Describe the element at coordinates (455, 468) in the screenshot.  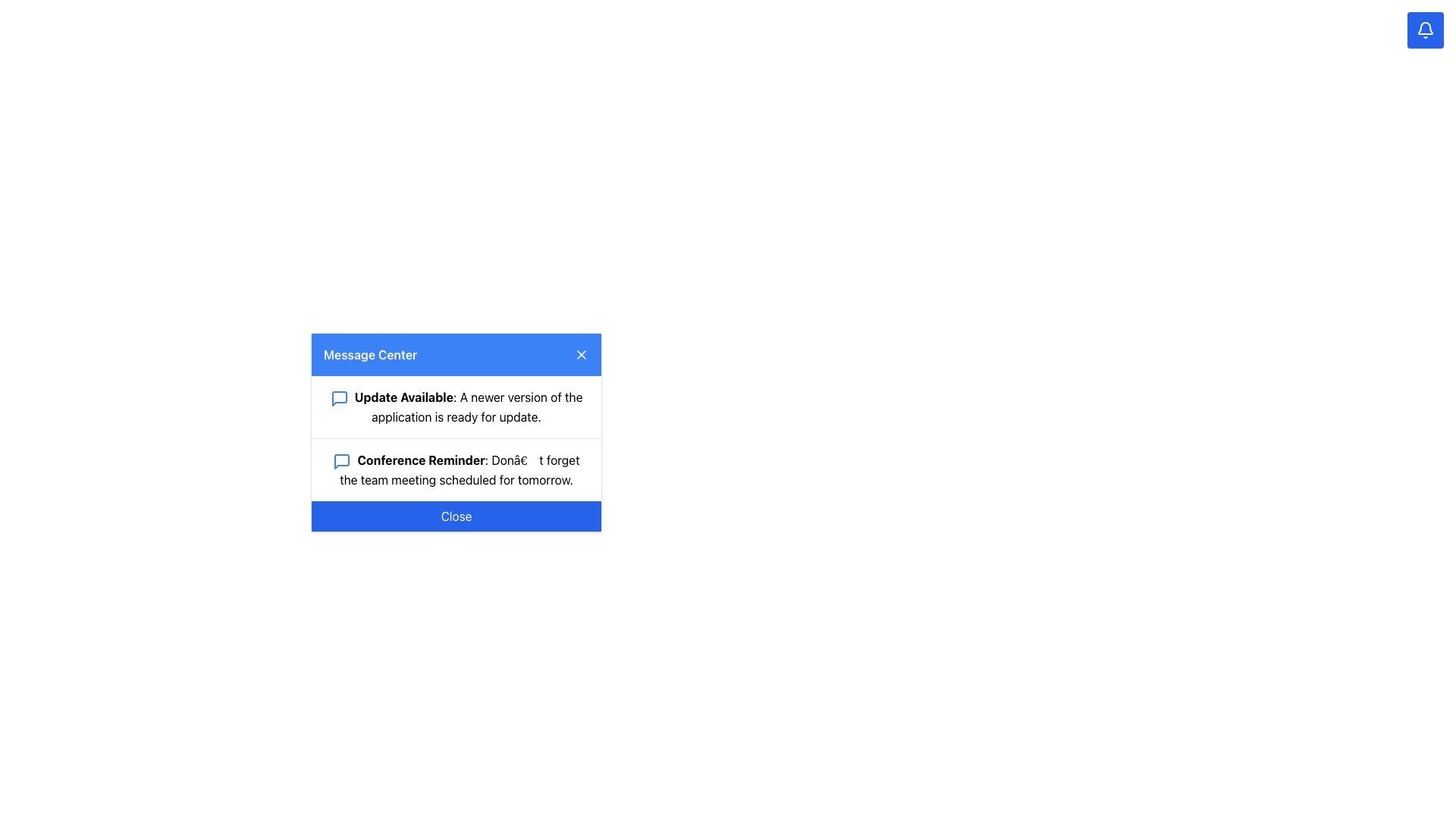
I see `the Notification Item with the bold heading 'Conference Reminder' and the text 'Don’t forget the team meeting scheduled for tomorrow.'` at that location.